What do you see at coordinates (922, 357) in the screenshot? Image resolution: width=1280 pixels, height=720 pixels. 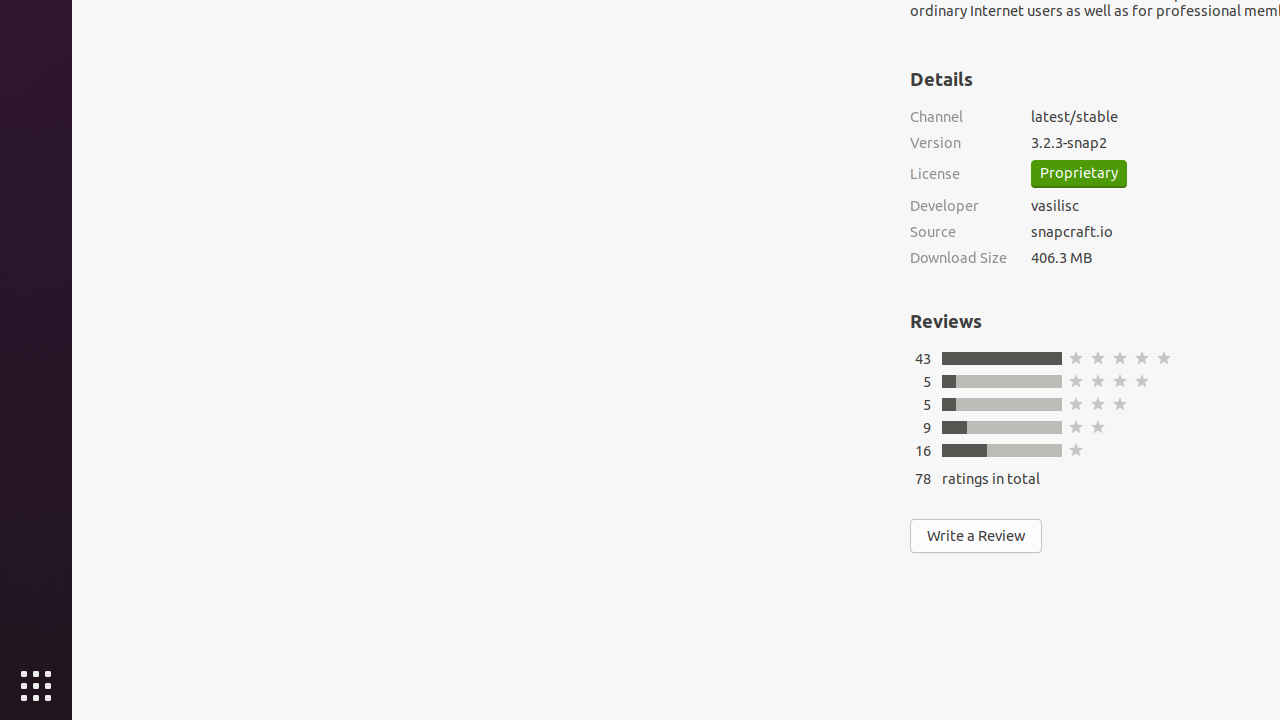 I see `'43'` at bounding box center [922, 357].